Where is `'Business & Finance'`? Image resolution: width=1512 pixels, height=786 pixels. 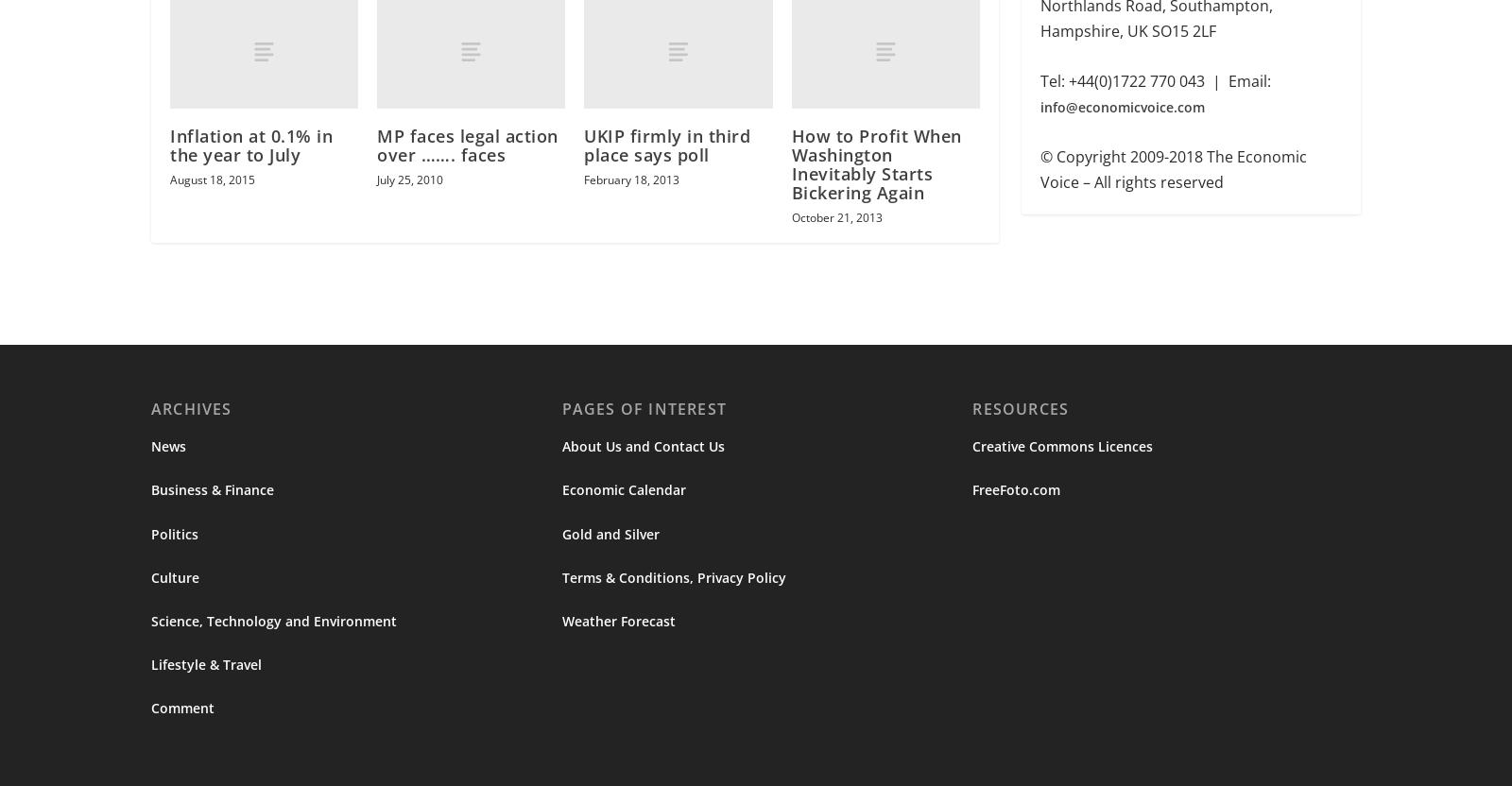
'Business & Finance' is located at coordinates (212, 492).